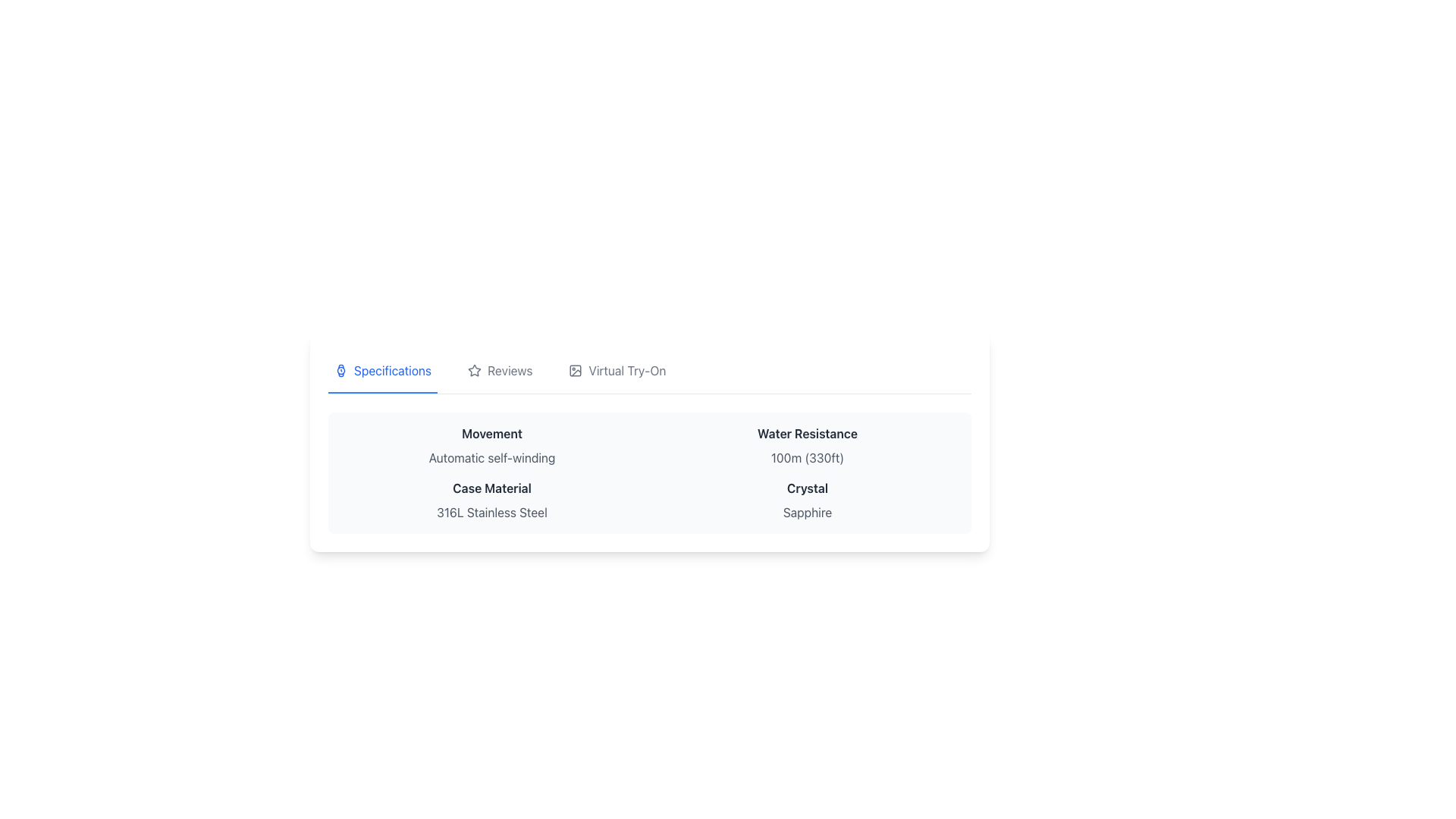 The height and width of the screenshot is (819, 1456). What do you see at coordinates (807, 457) in the screenshot?
I see `the text label displaying '100m (330ft)' which is styled in gray and positioned below 'Water Resistance'` at bounding box center [807, 457].